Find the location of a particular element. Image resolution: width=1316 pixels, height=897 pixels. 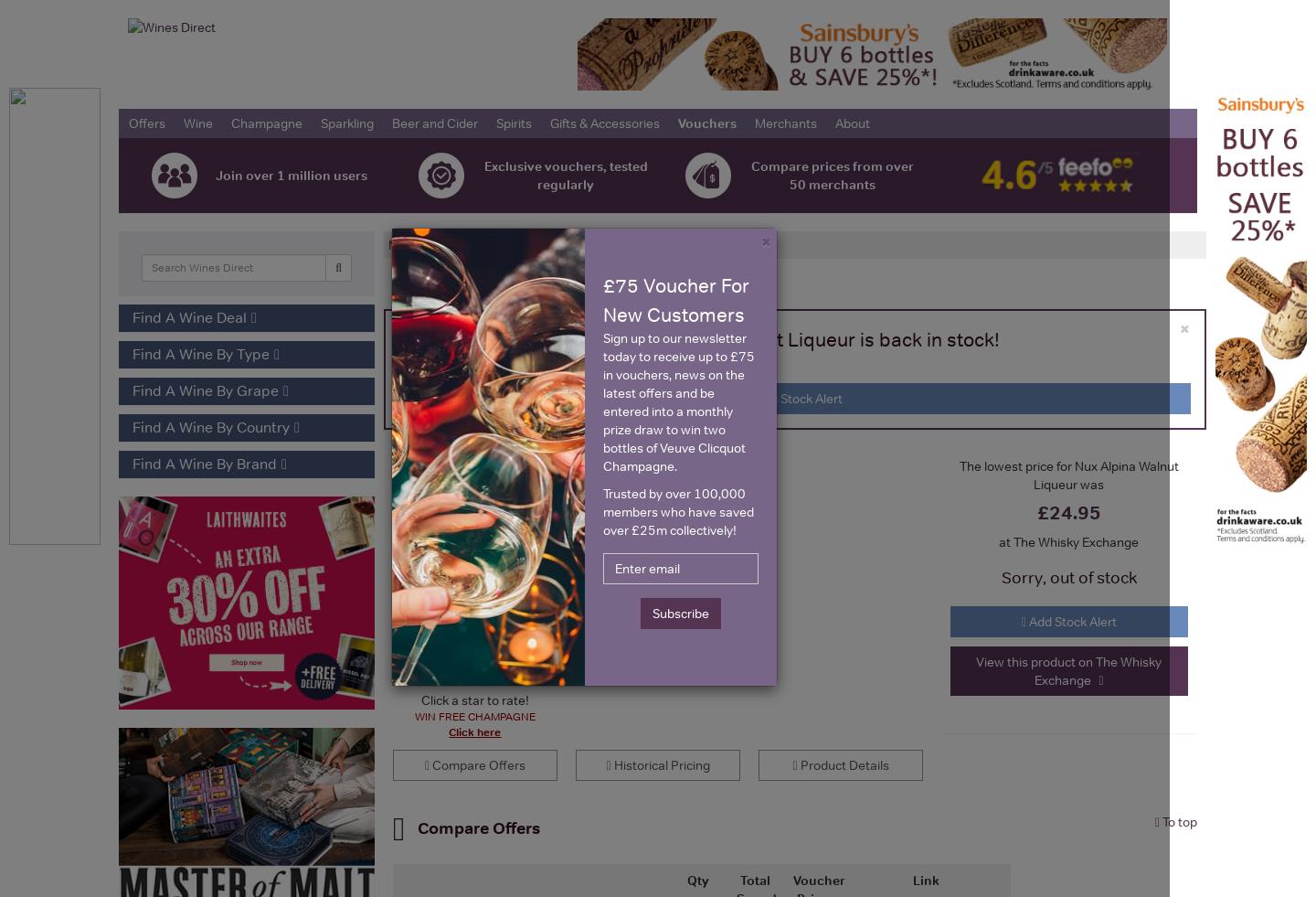

'Sign up to our newsletter today to receive up to £75 in vouchers, news on the latest offers and be entered into a monthly prize draw to win two bottles of Veuve Clicquot Champagne.' is located at coordinates (677, 400).